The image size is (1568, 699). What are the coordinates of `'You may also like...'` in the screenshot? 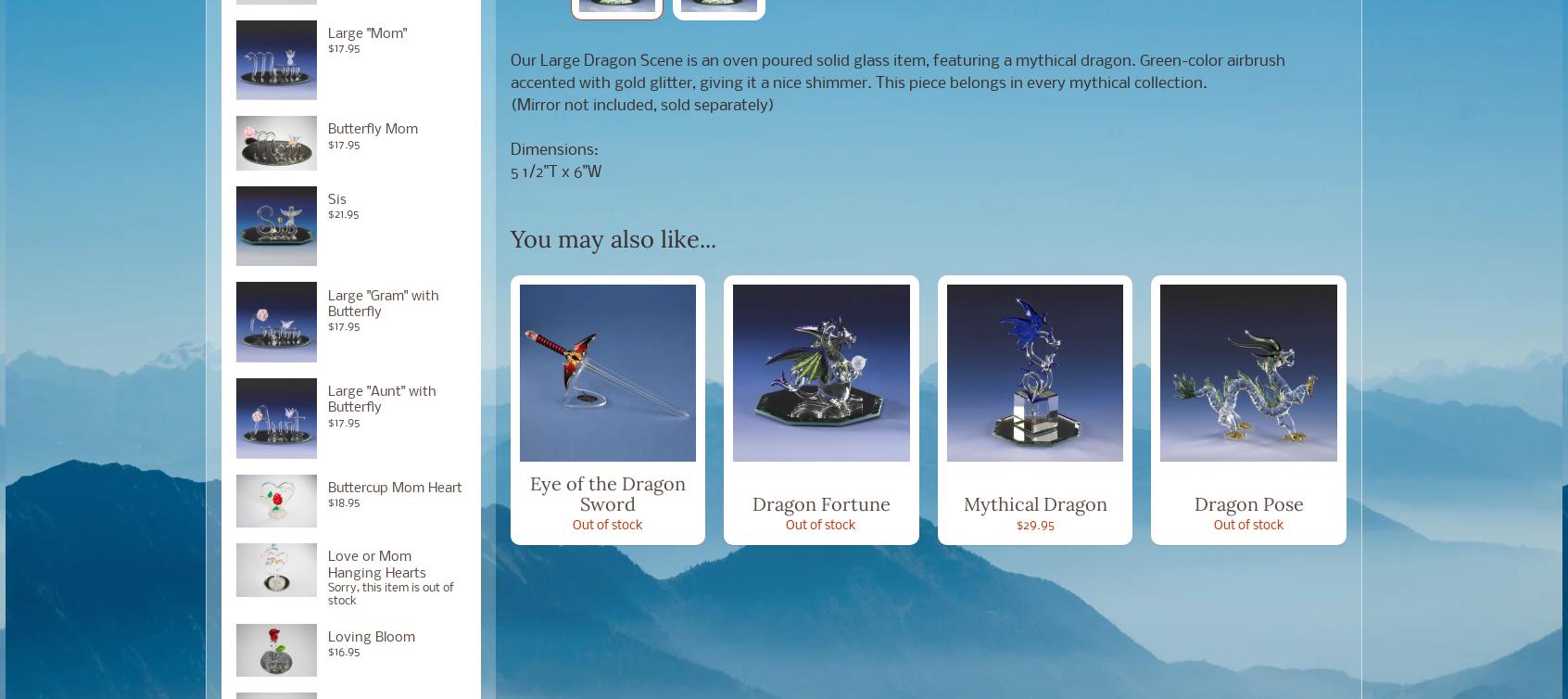 It's located at (510, 236).